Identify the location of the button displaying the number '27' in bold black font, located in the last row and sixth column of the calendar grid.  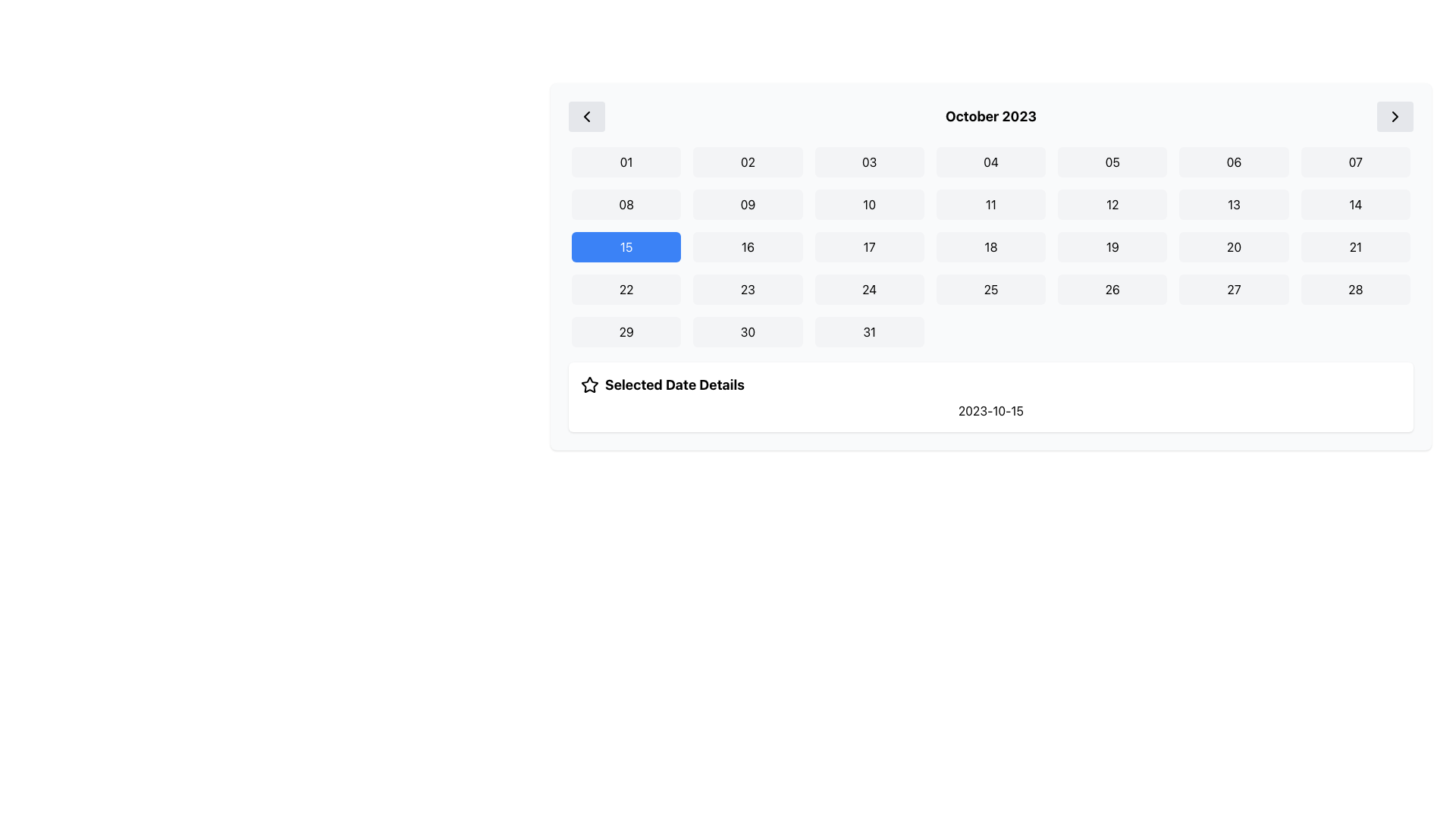
(1234, 289).